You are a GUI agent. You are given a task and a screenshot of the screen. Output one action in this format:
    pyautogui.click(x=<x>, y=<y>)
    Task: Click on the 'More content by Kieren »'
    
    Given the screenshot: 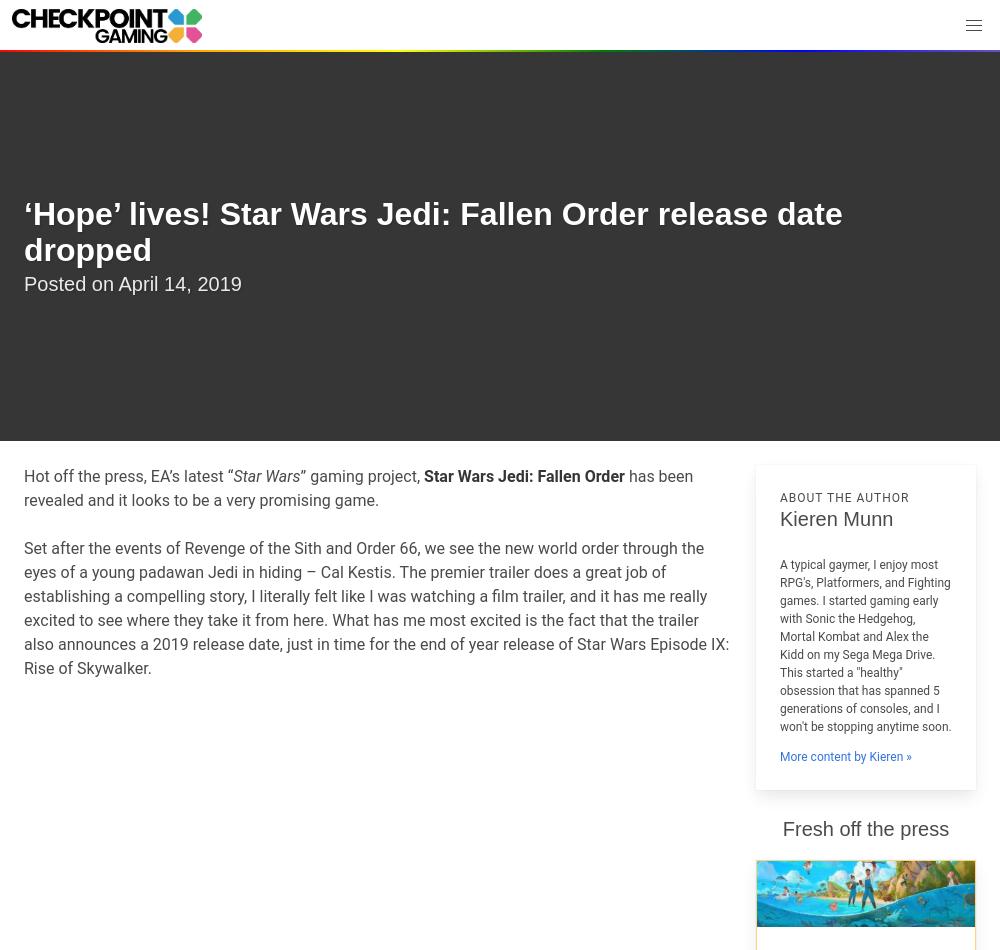 What is the action you would take?
    pyautogui.click(x=844, y=755)
    